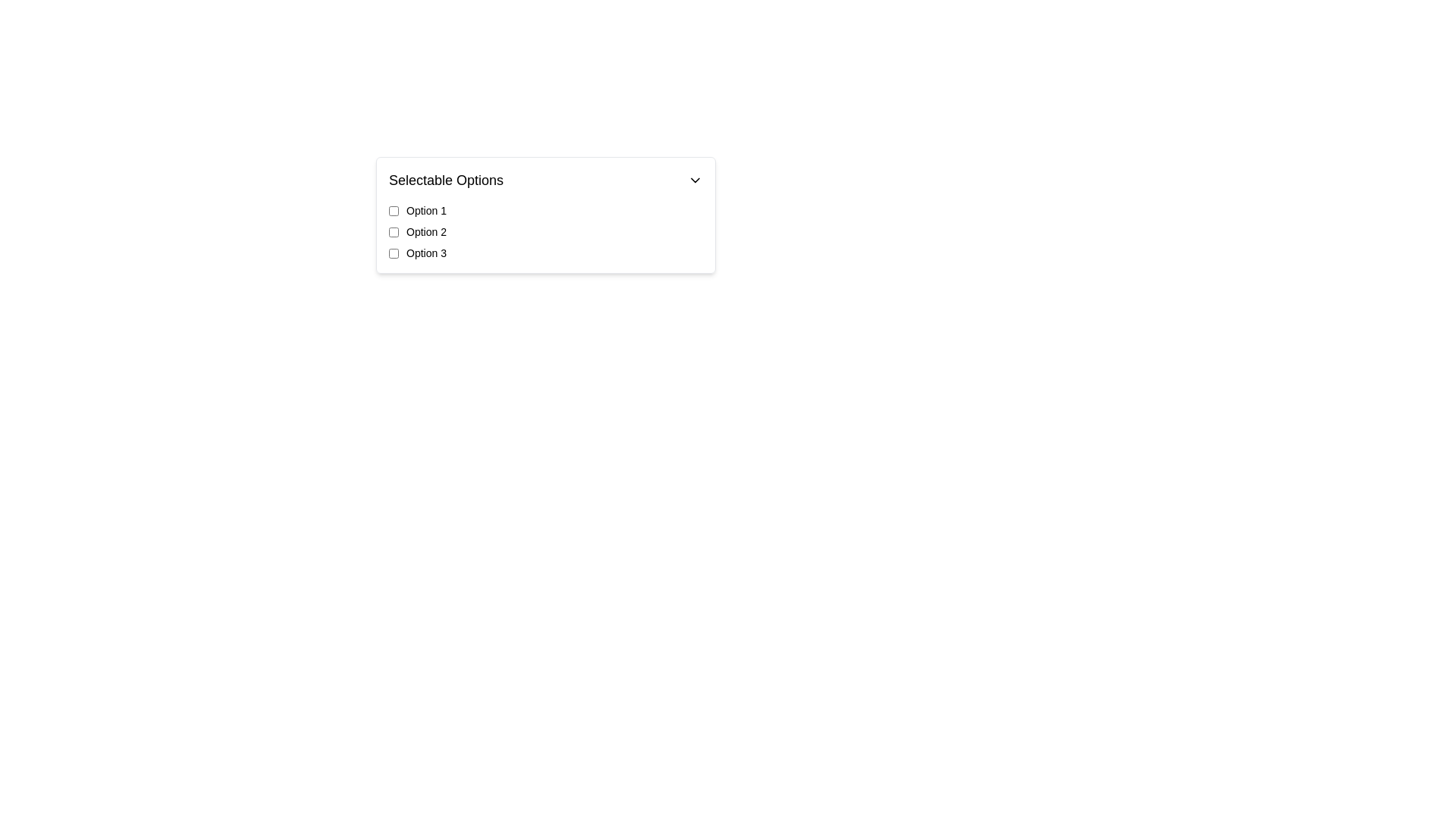  I want to click on the text label 'Option 2', which is the second item in a list of selectable options, aligned with a checkbox, so click(425, 231).